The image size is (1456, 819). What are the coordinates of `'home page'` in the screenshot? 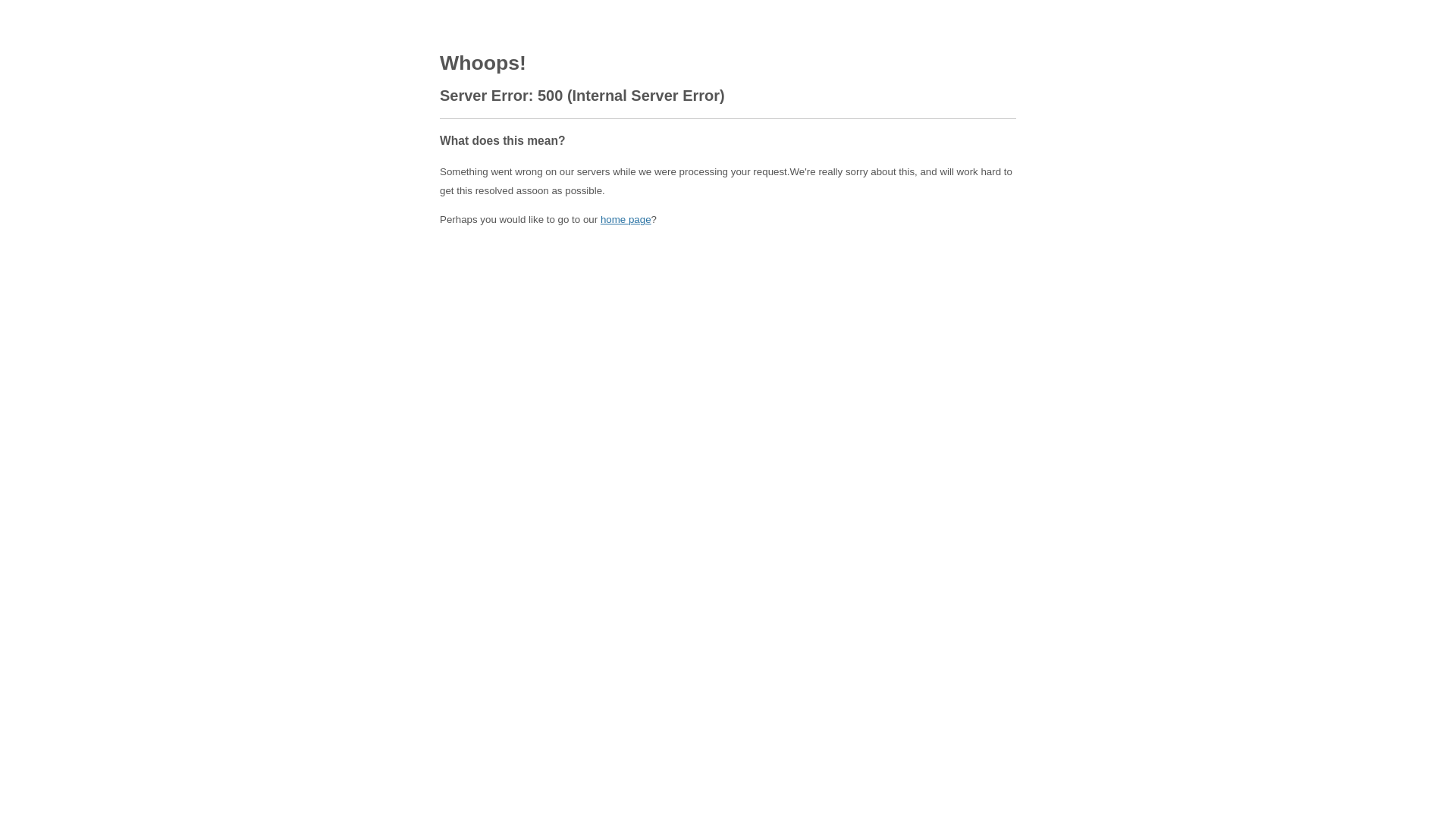 It's located at (626, 219).